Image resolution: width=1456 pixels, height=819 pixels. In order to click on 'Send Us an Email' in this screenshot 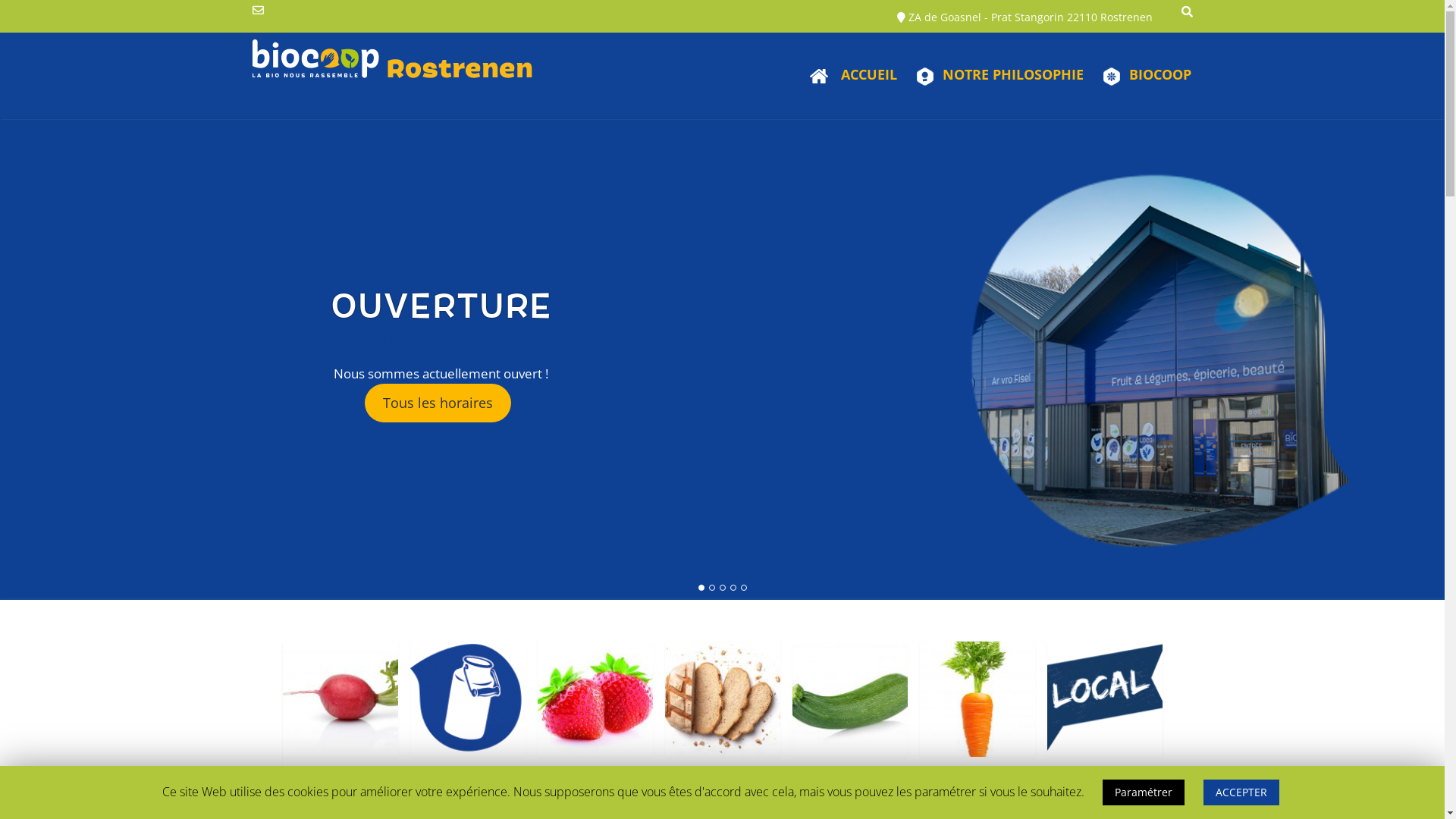, I will do `click(251, 10)`.